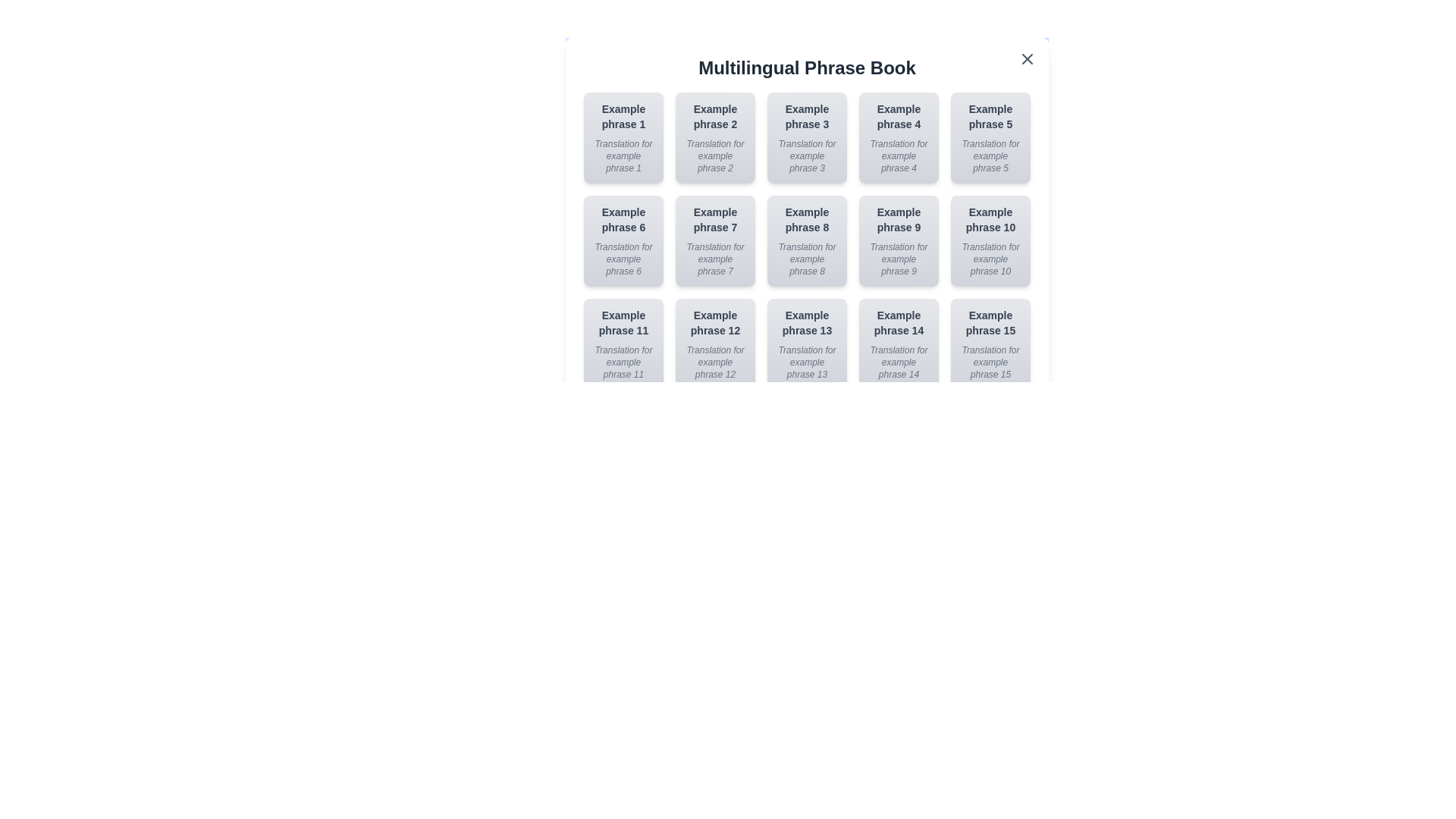 Image resolution: width=1456 pixels, height=819 pixels. What do you see at coordinates (1027, 58) in the screenshot?
I see `the close button located at the top-right corner of the guide` at bounding box center [1027, 58].